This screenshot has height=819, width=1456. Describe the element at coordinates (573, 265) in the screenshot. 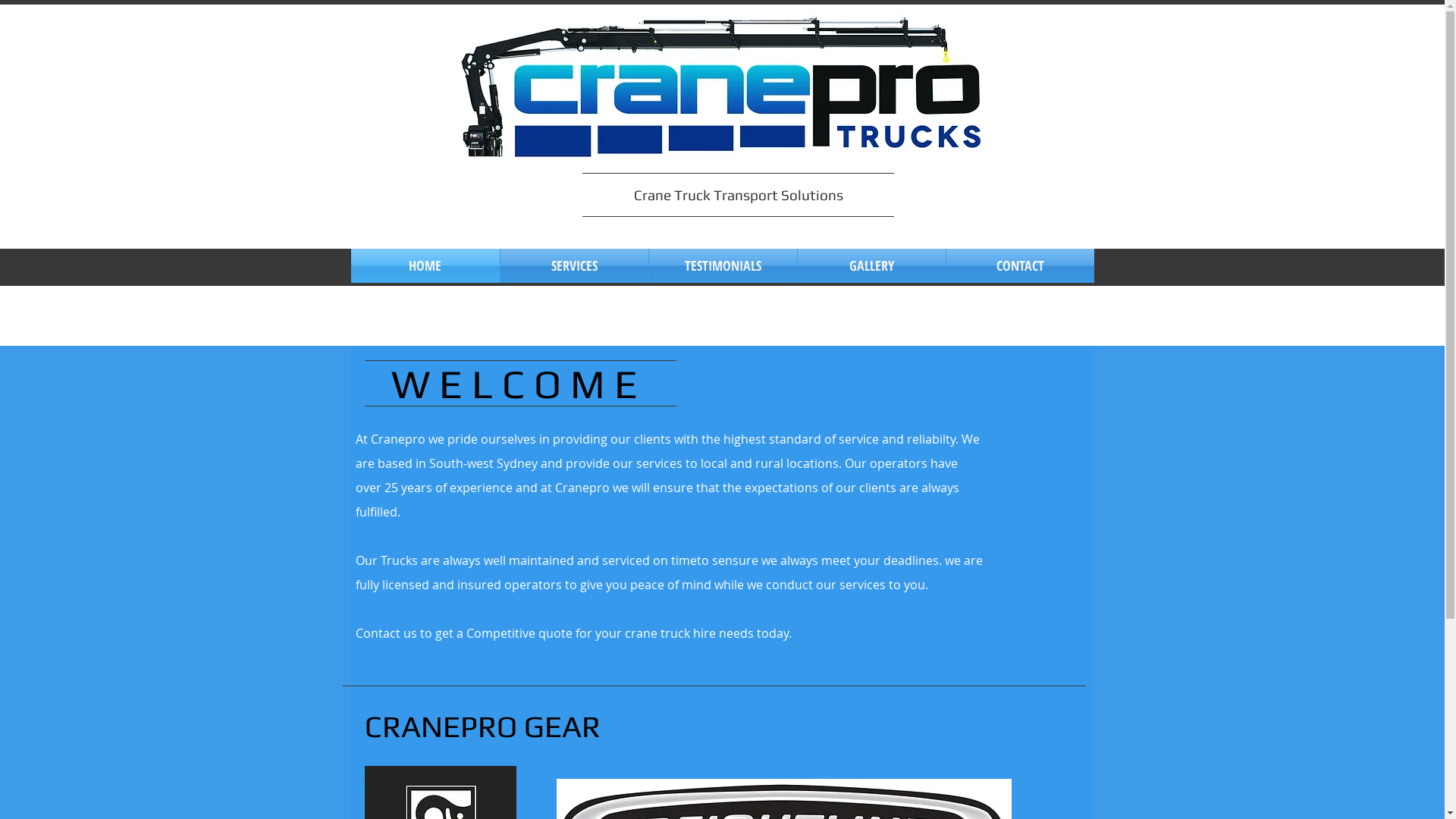

I see `'SERVICES'` at that location.